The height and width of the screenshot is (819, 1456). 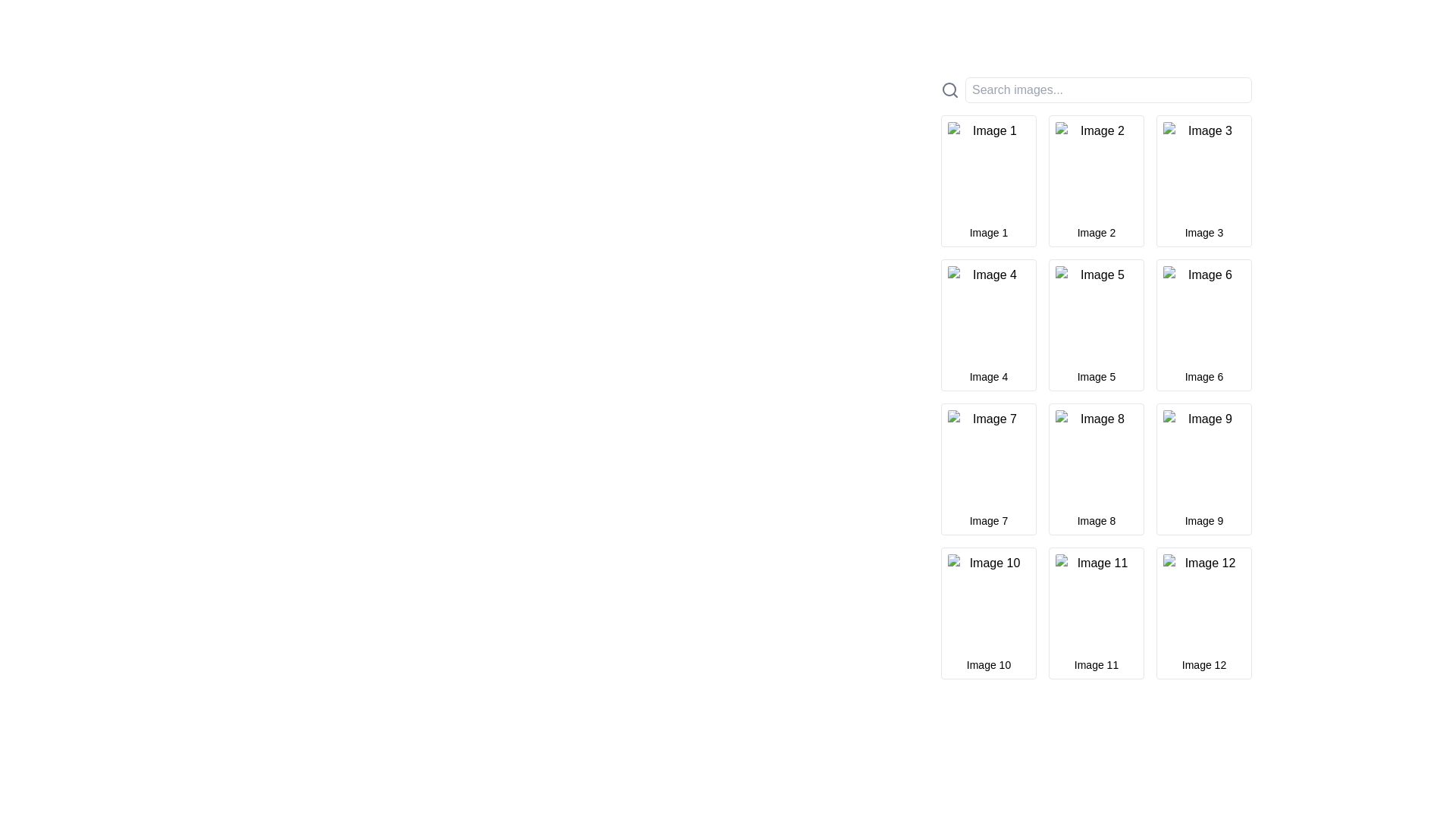 What do you see at coordinates (989, 180) in the screenshot?
I see `the first grid tile which displays 'Image 1'` at bounding box center [989, 180].